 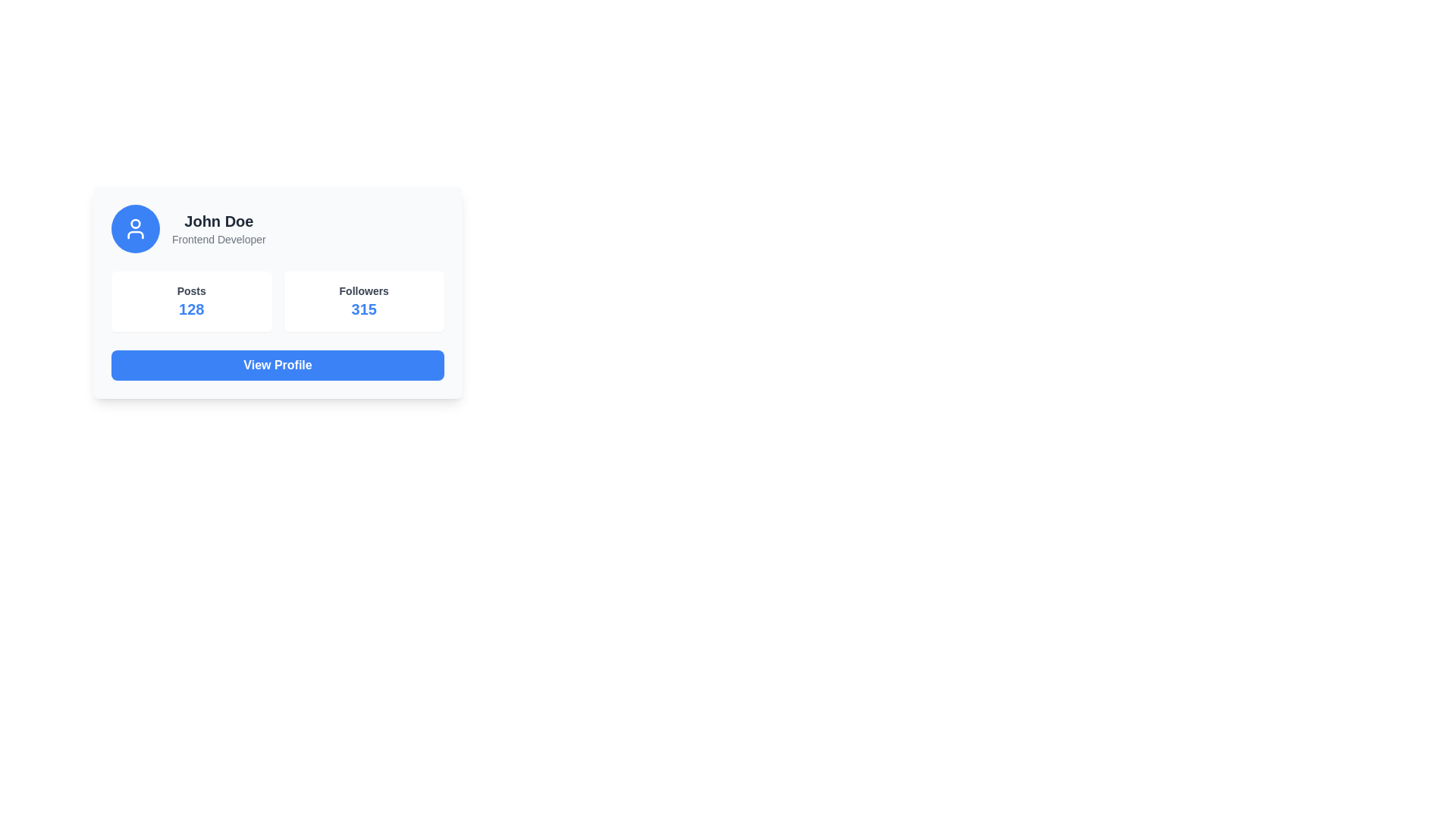 I want to click on the small circular icon located at the center of the user profile avatar, which is positioned to the left of the text 'John Doe' within the profile card, so click(x=135, y=223).